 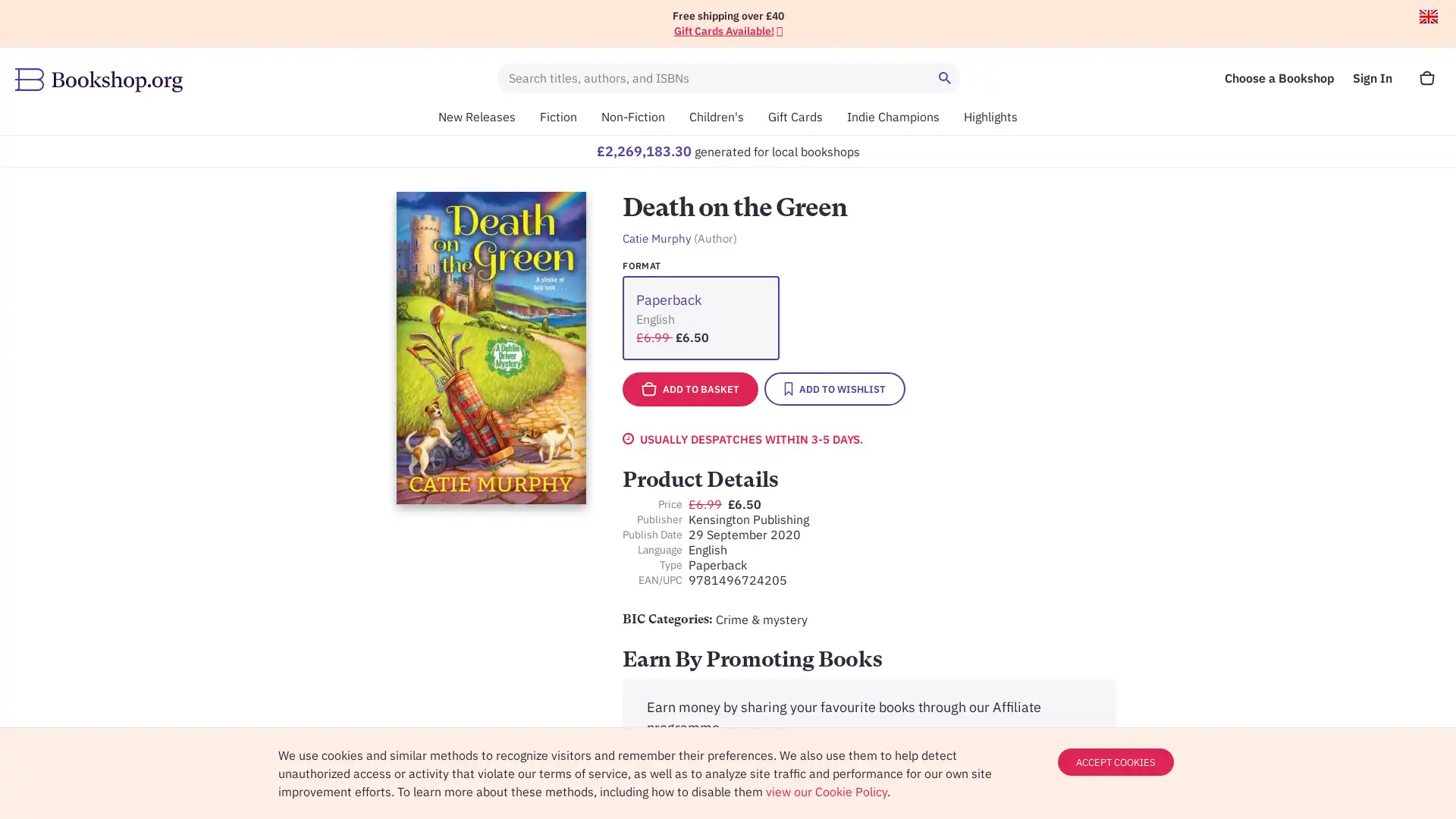 I want to click on Search, so click(x=946, y=78).